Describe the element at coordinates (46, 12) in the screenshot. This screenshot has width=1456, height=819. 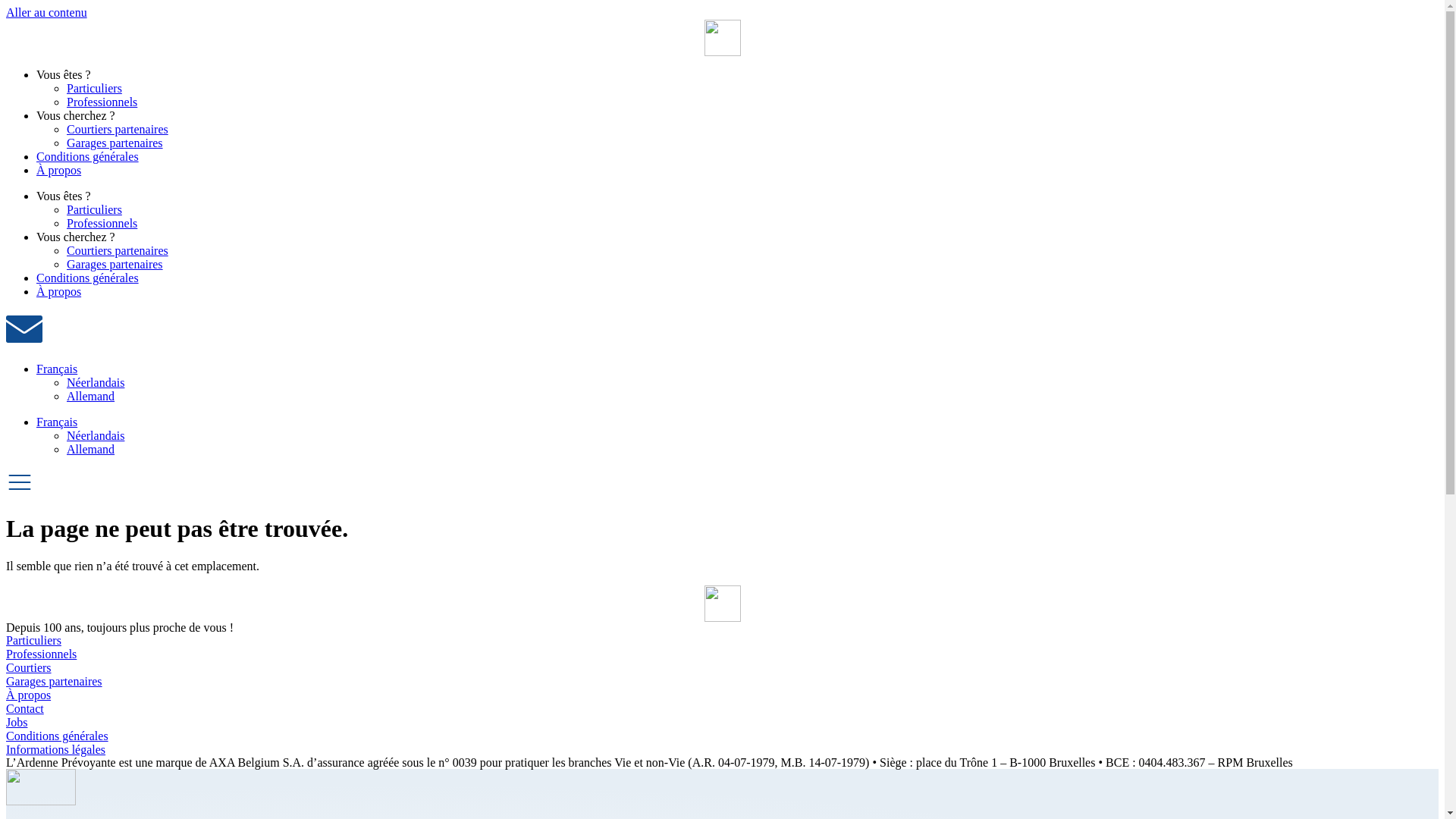
I see `'Aller au contenu'` at that location.